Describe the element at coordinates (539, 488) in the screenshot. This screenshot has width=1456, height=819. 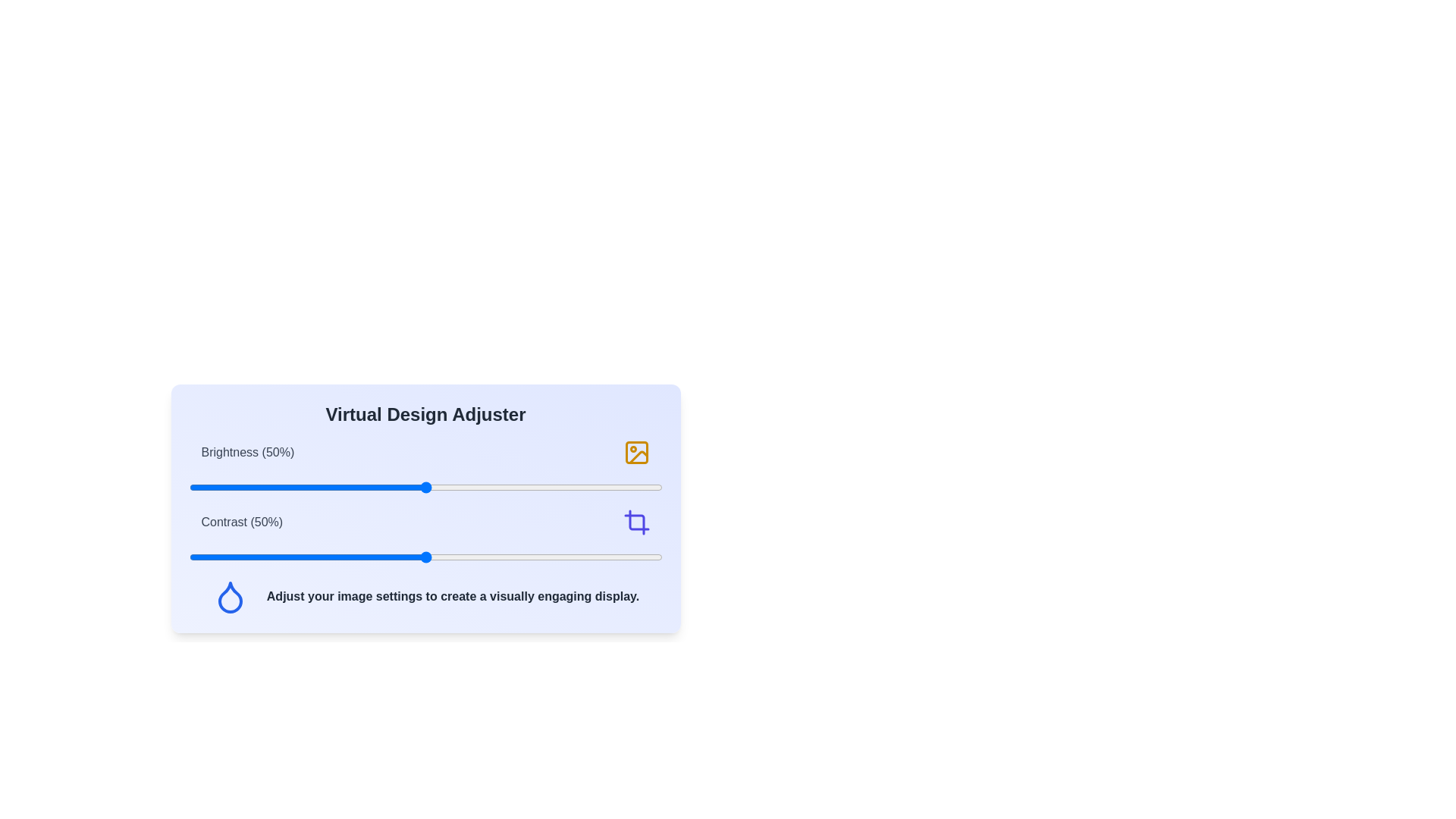
I see `the brightness slider to 74%` at that location.